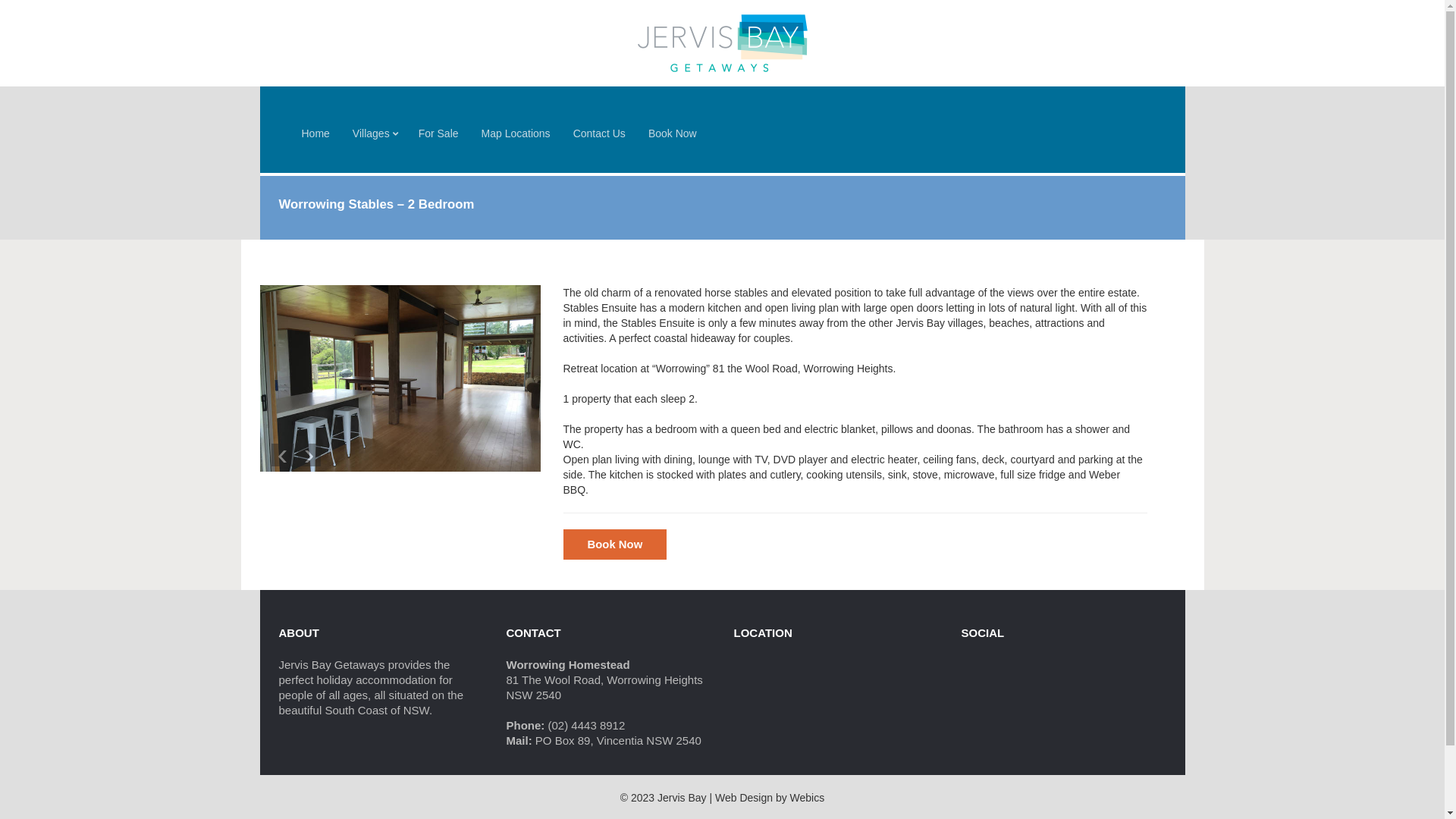  Describe the element at coordinates (672, 133) in the screenshot. I see `'Book Now'` at that location.